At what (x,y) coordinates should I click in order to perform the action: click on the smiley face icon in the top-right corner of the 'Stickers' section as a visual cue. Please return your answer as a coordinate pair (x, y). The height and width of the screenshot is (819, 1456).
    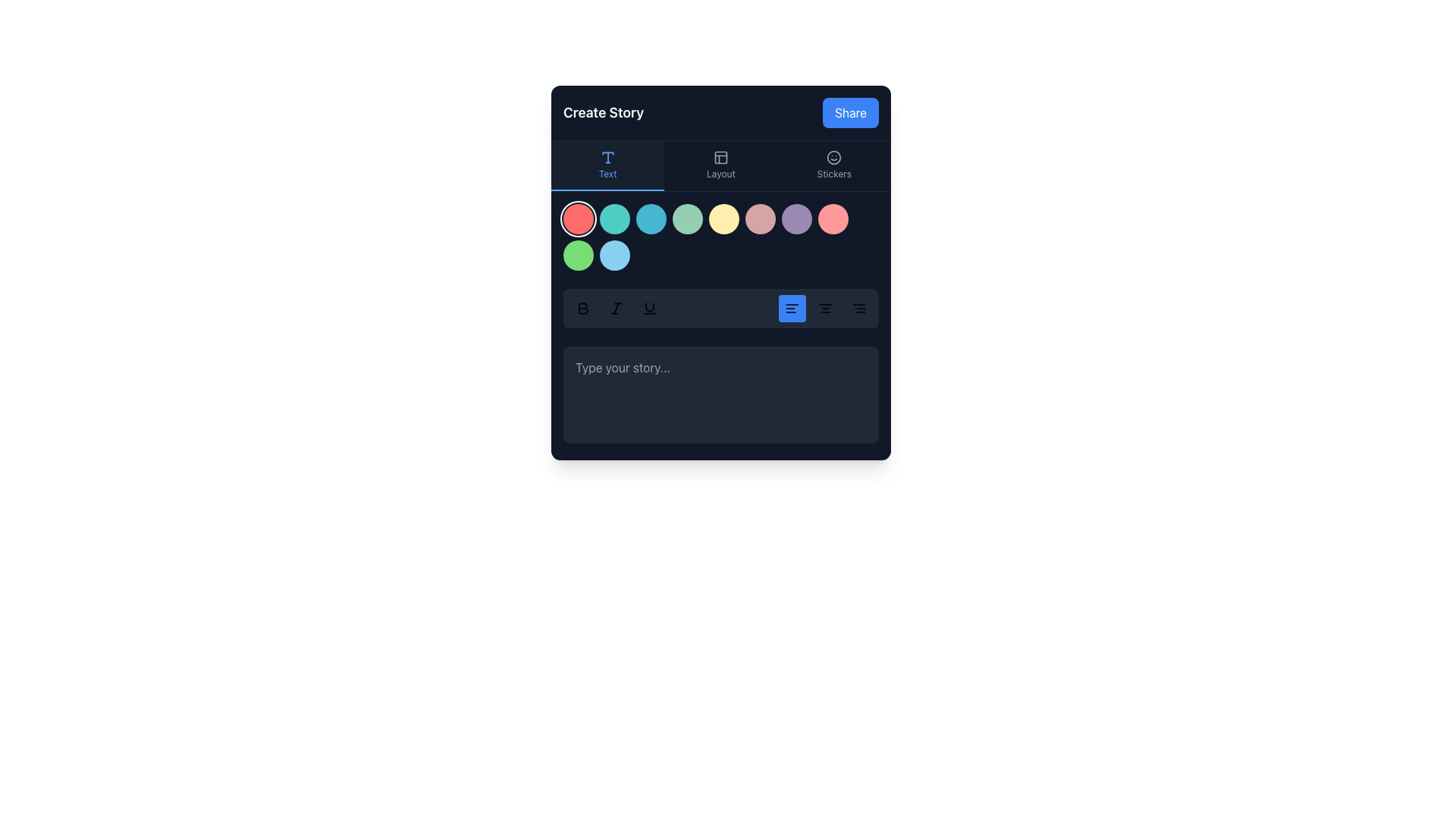
    Looking at the image, I should click on (833, 158).